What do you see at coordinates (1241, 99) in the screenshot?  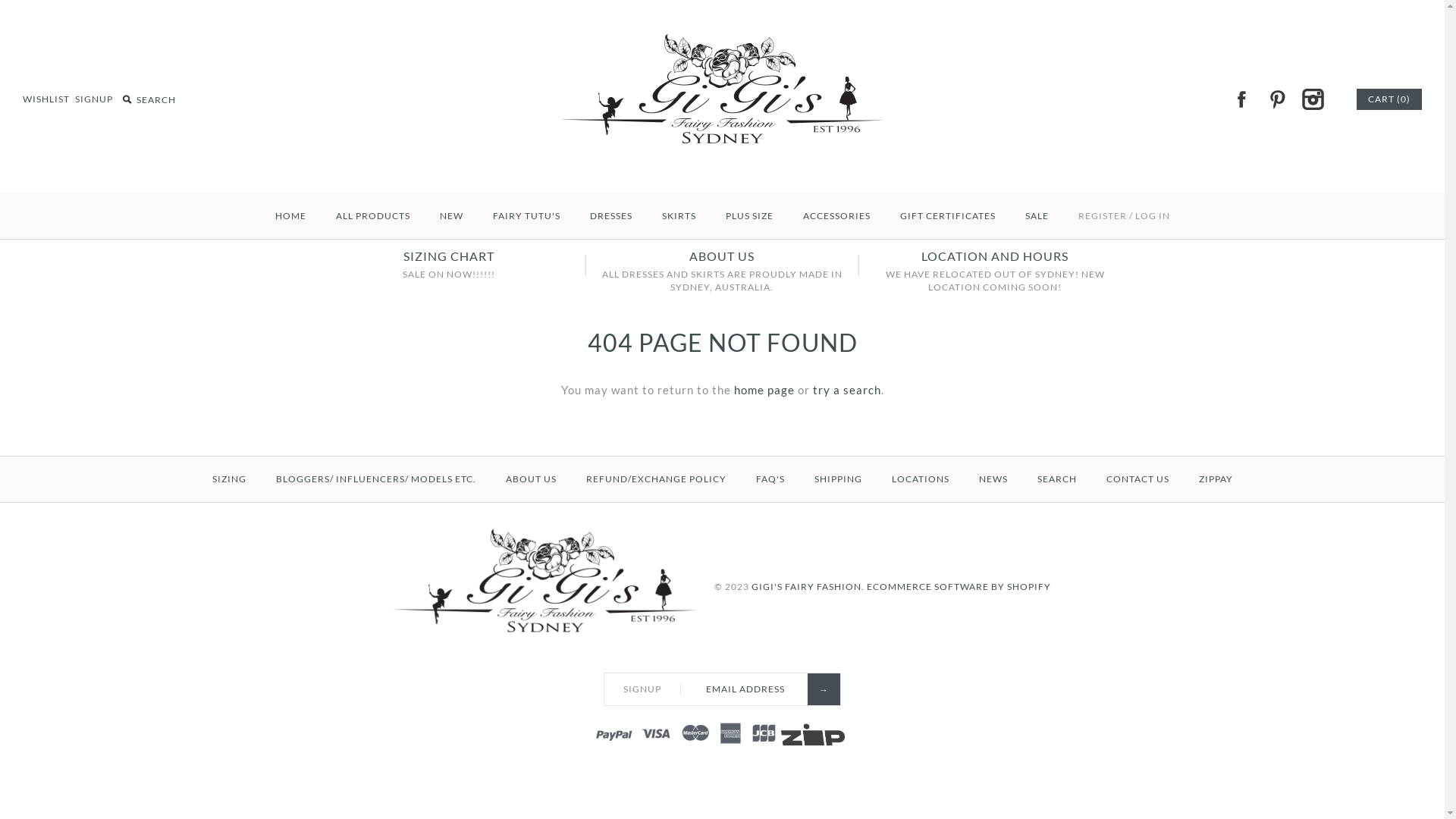 I see `'FACEBOOK'` at bounding box center [1241, 99].